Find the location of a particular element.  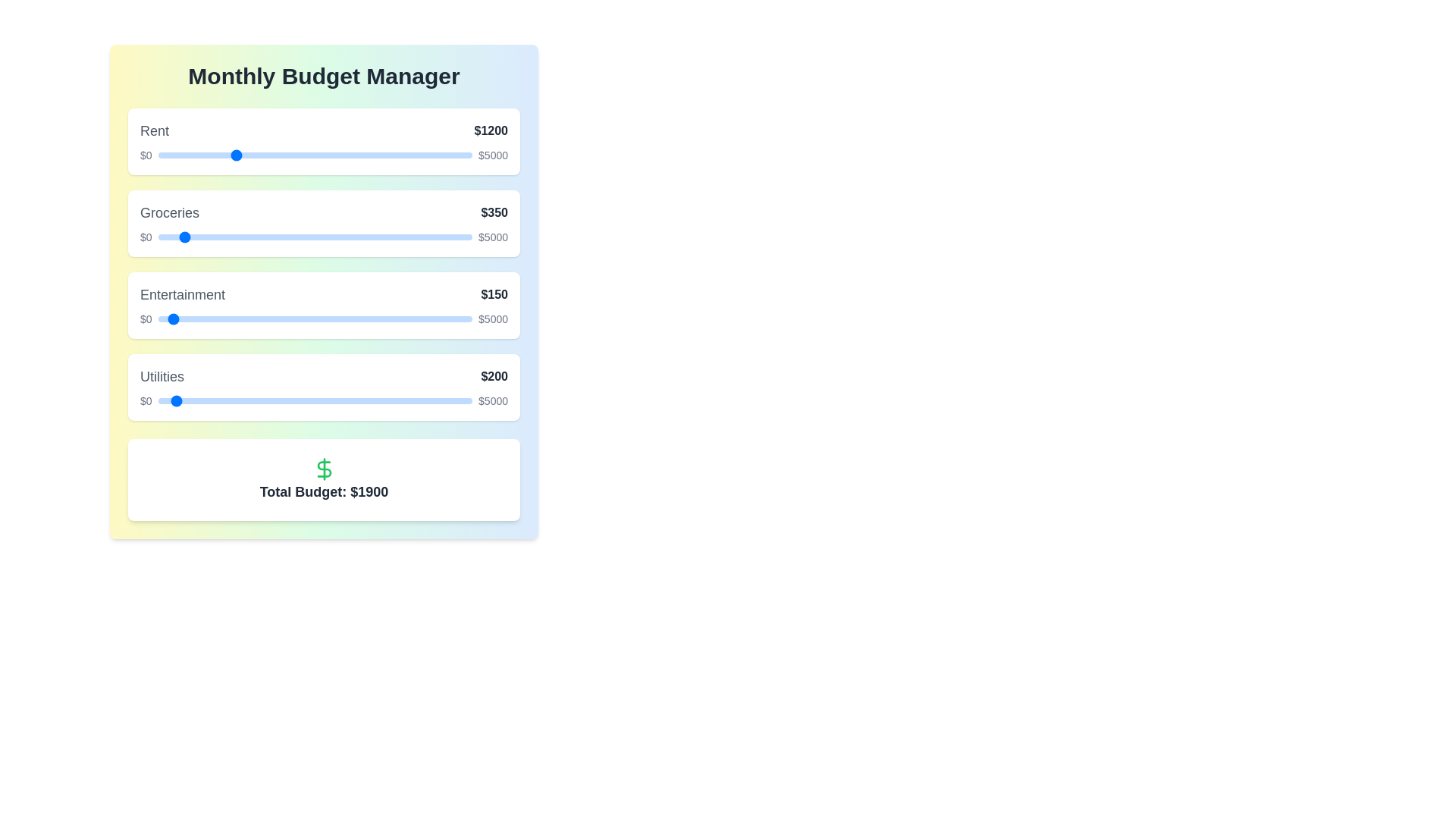

the groceries budget slider is located at coordinates (409, 237).